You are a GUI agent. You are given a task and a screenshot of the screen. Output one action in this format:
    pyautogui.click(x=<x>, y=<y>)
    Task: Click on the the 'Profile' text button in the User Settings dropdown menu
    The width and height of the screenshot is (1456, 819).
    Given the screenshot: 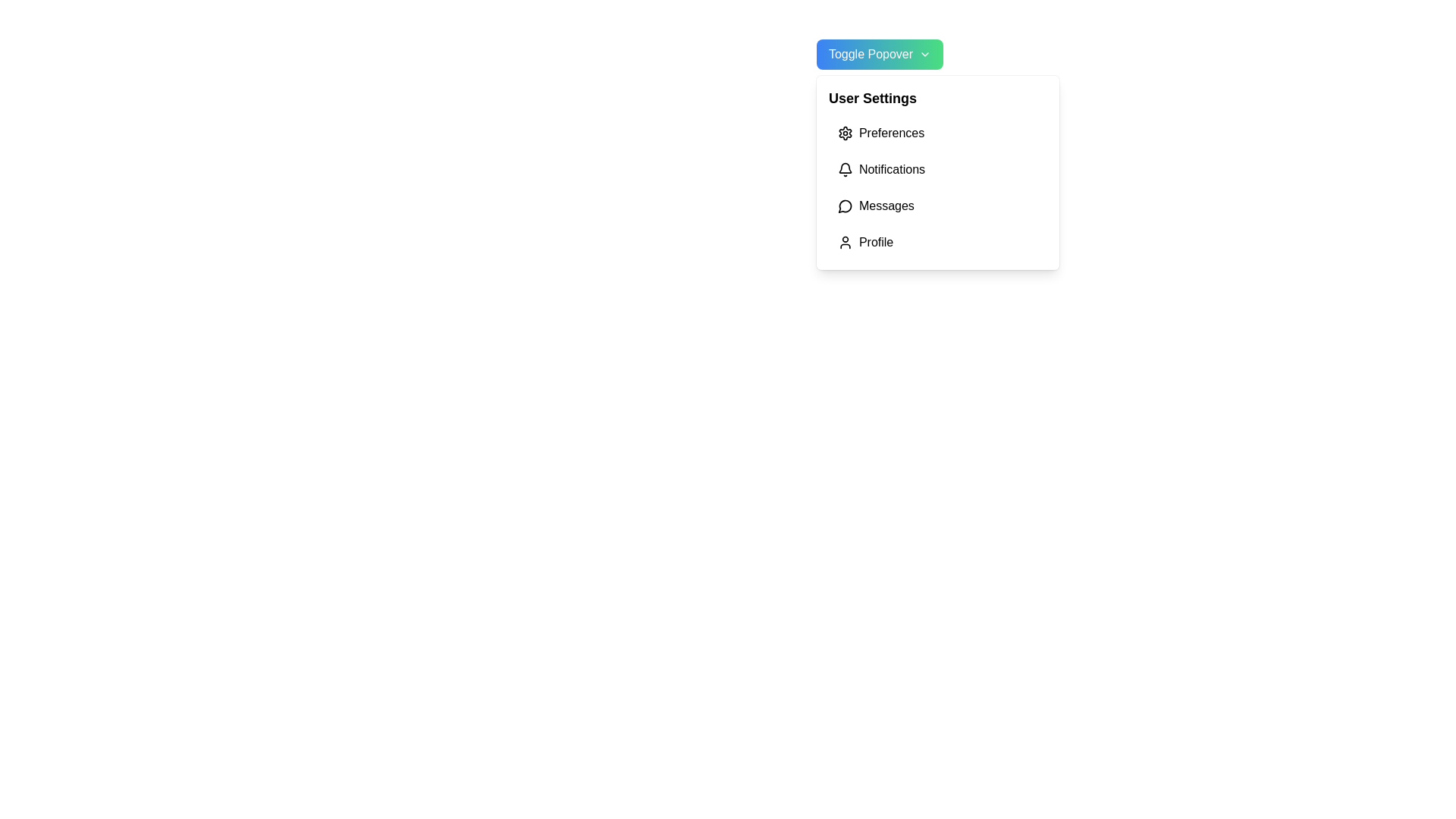 What is the action you would take?
    pyautogui.click(x=876, y=242)
    